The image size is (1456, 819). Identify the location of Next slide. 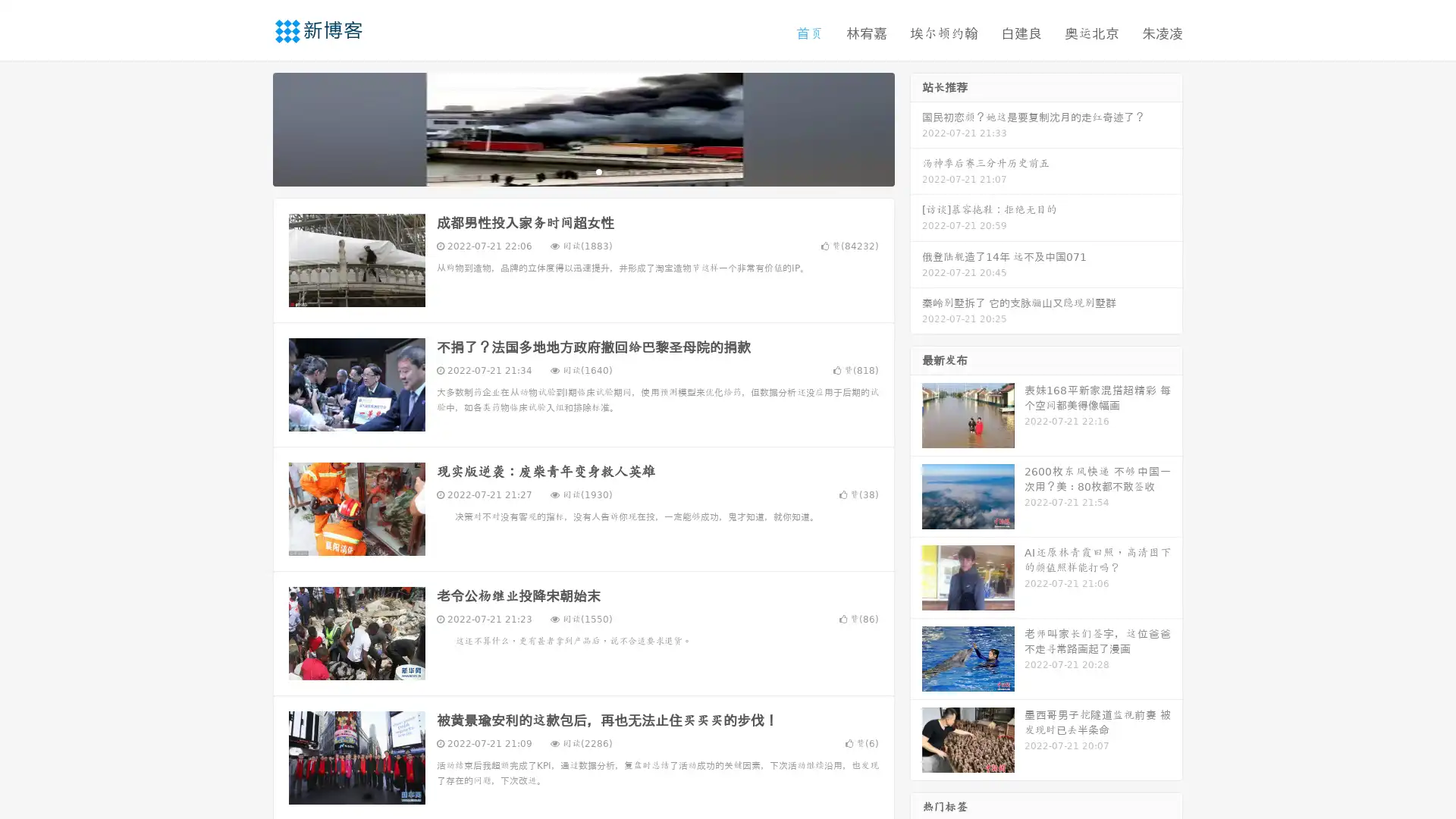
(916, 127).